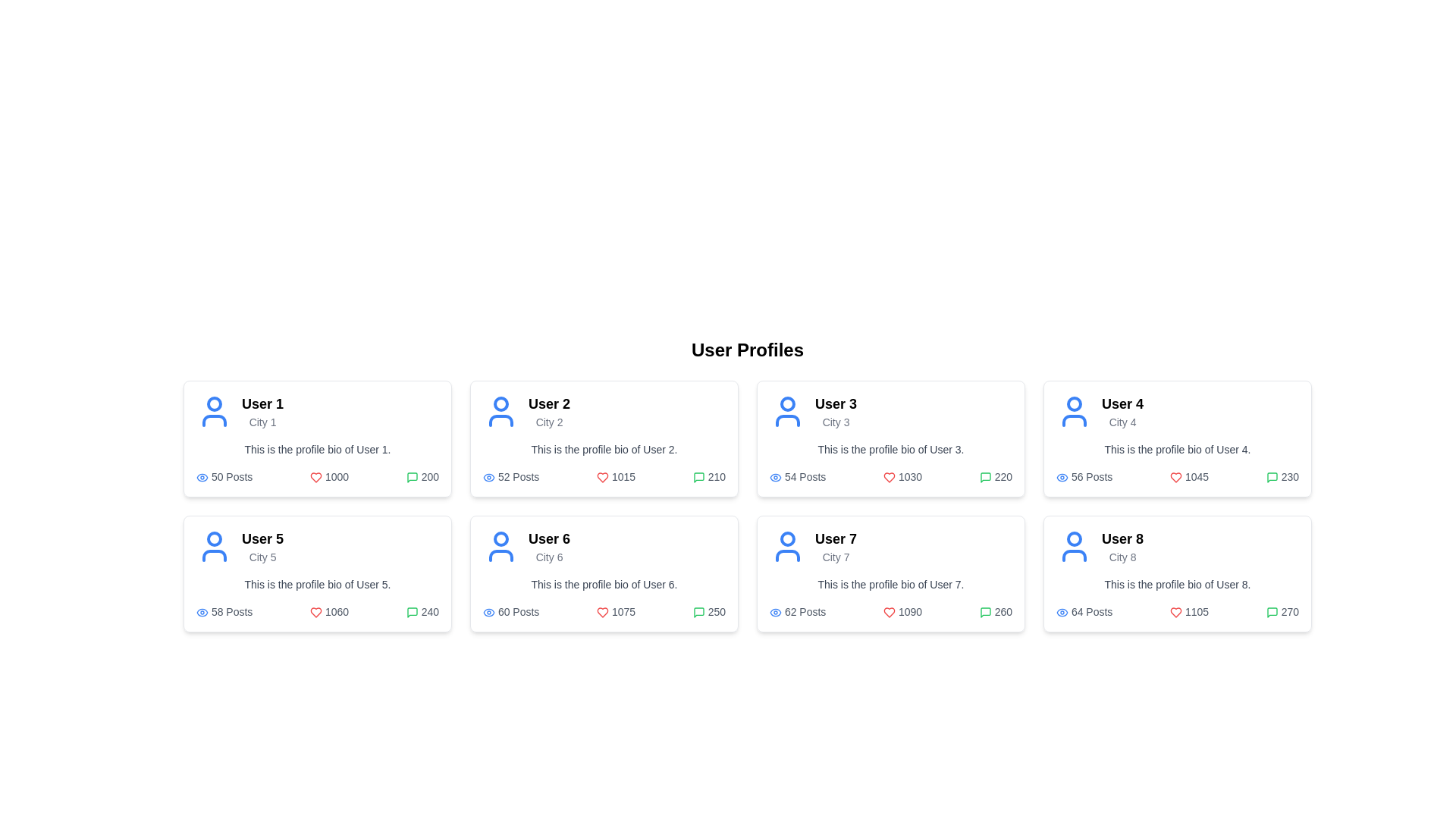  I want to click on the heart icon adjacent to the numerical value '1015' in the card layout for 'User 2', so click(602, 478).